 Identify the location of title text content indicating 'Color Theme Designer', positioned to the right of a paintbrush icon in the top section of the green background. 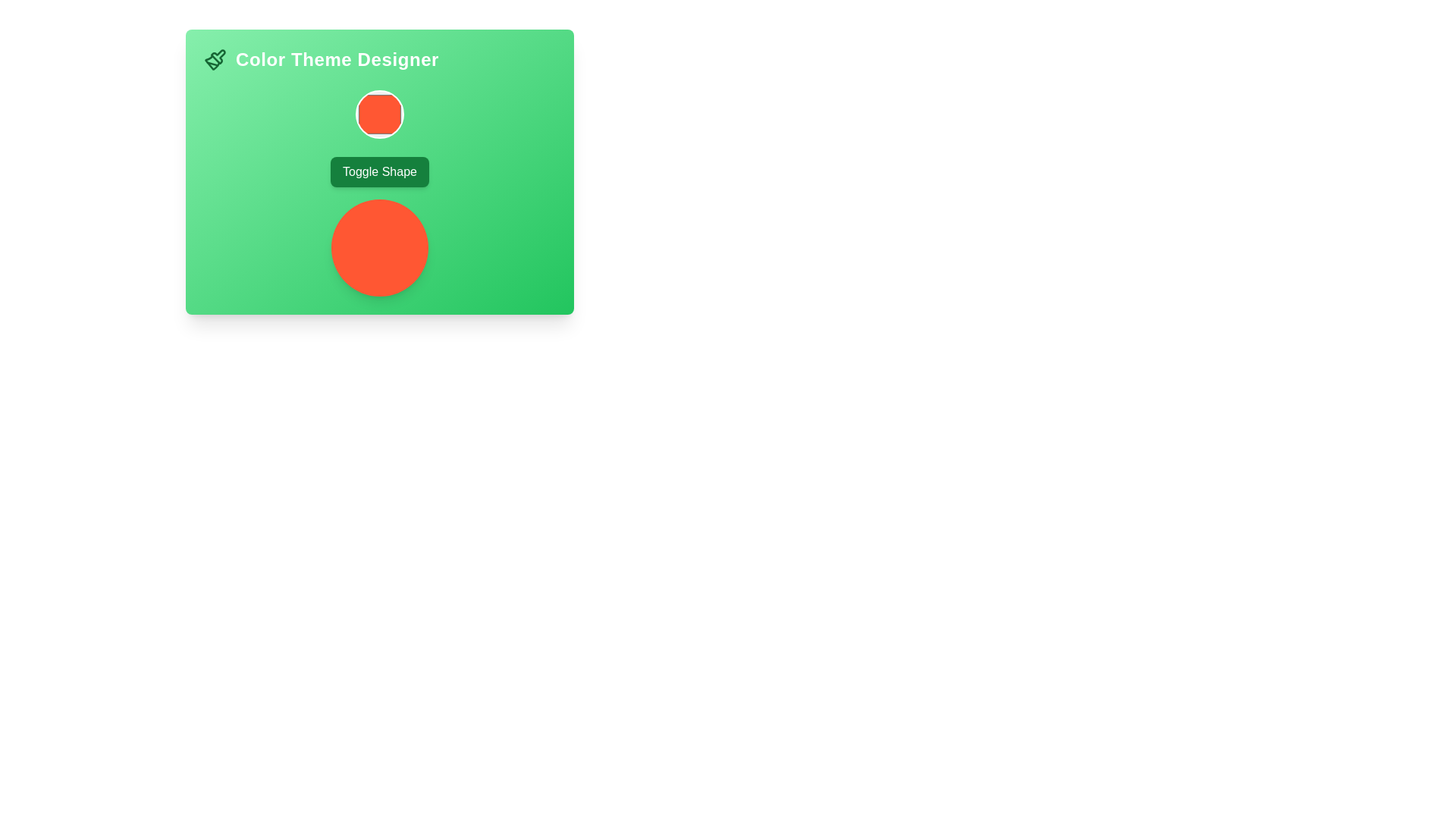
(337, 58).